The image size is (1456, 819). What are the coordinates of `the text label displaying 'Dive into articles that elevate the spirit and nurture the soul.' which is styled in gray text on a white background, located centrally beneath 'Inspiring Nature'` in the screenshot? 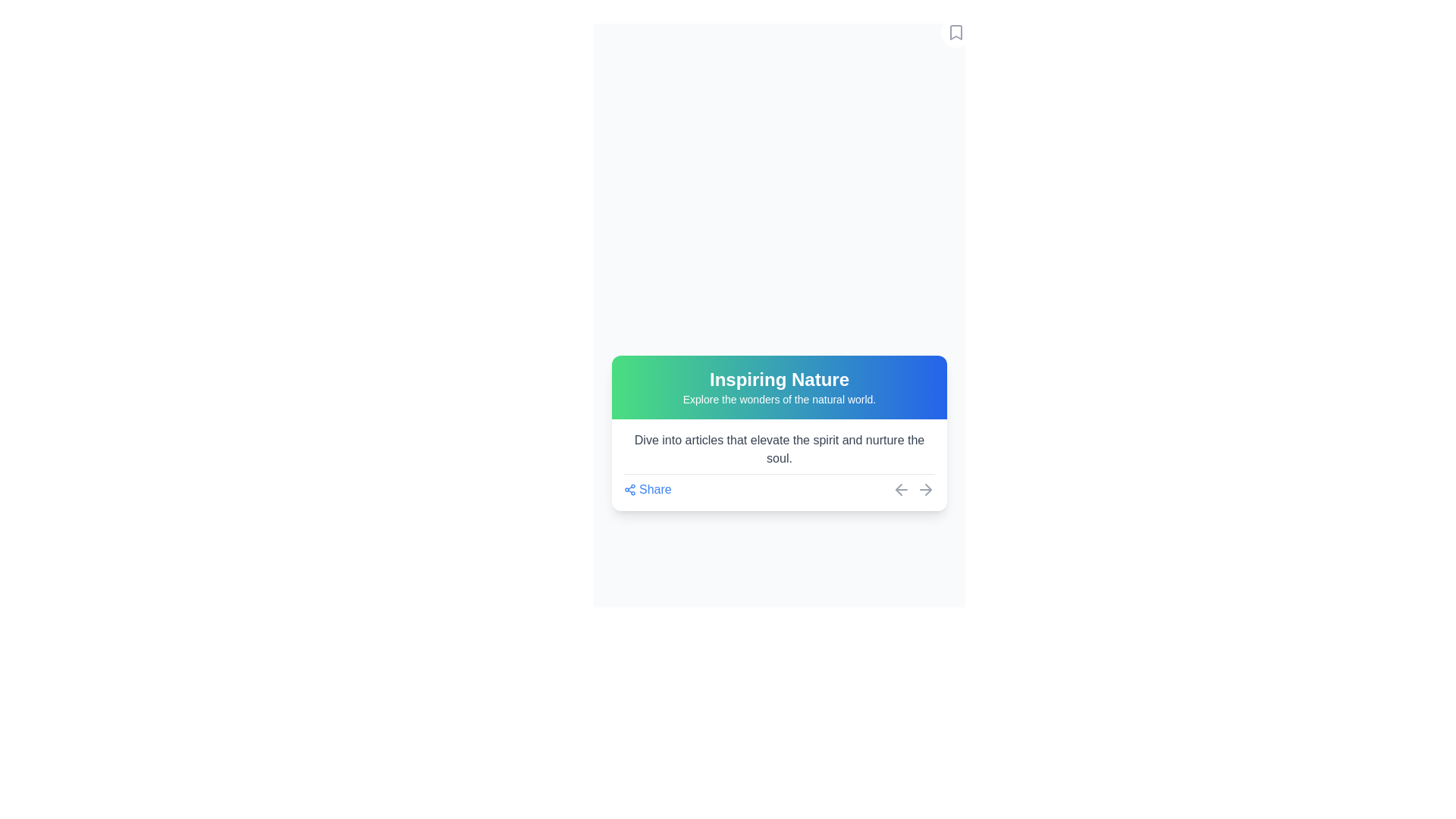 It's located at (779, 447).